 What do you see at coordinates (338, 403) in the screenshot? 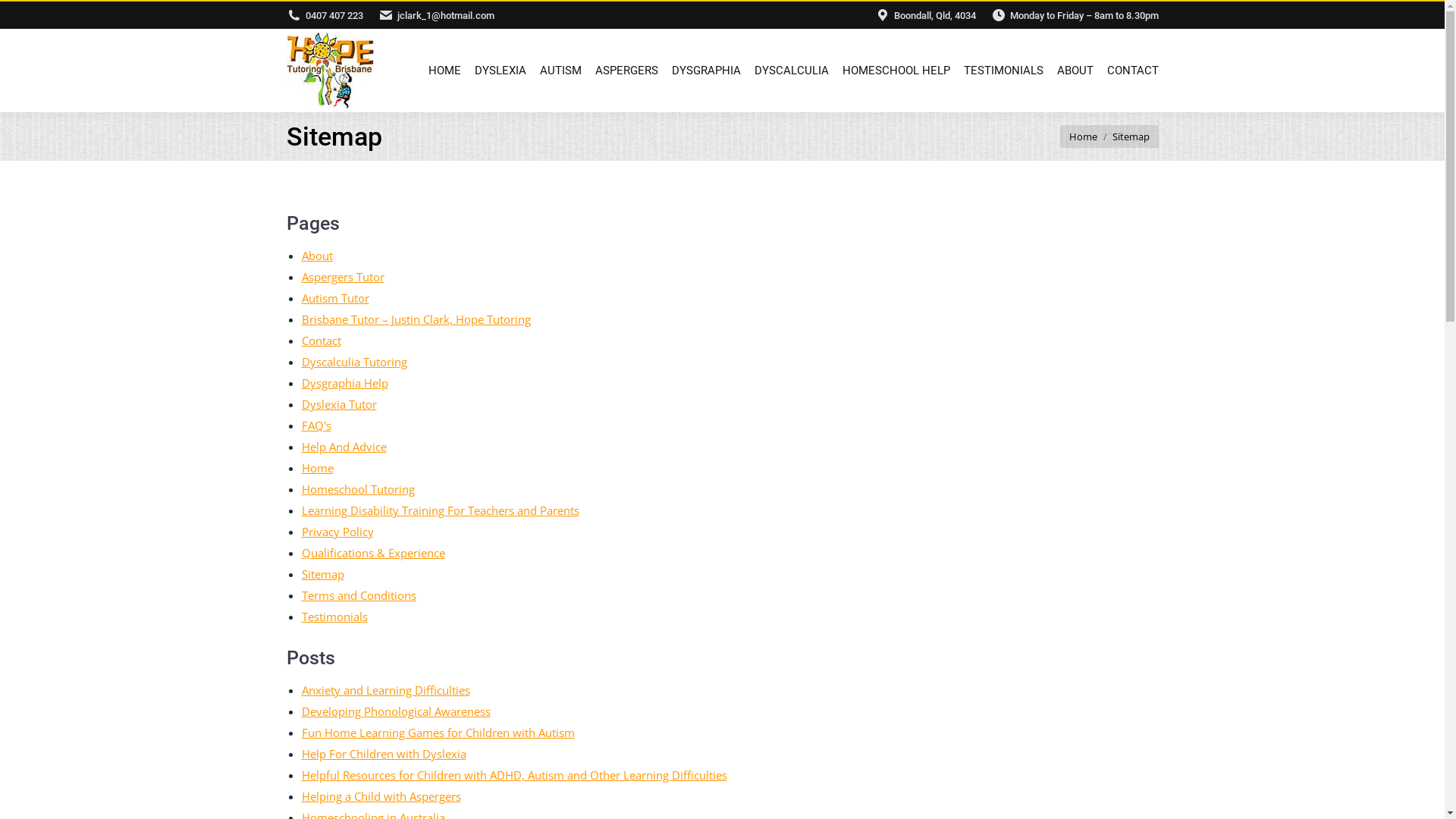
I see `'Dyslexia Tutor'` at bounding box center [338, 403].